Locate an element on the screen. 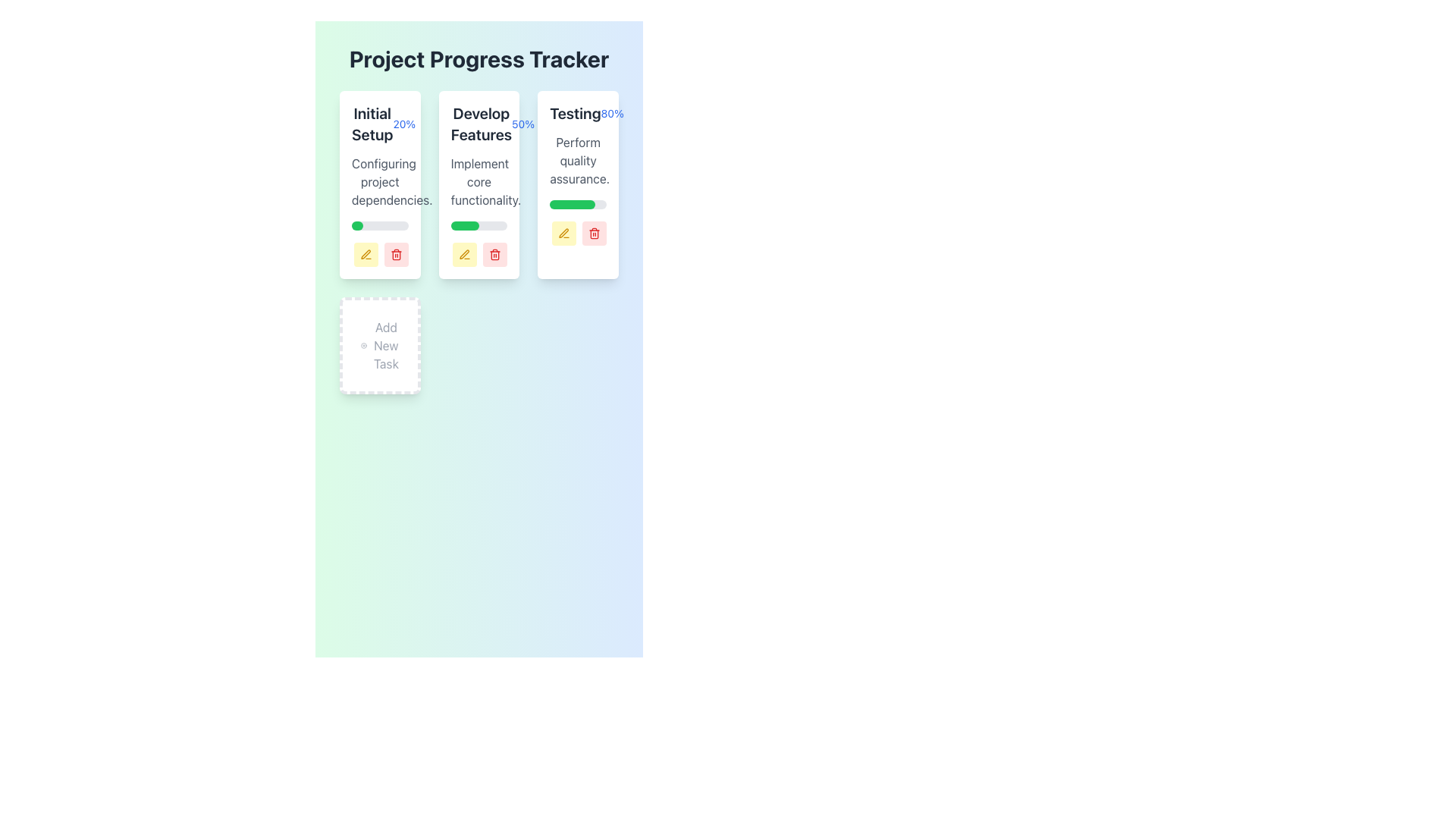  the text element that displays the percentage of completion related to the task labeled 'Testing', located to the right of 'Testing' at the top-right corner of the card is located at coordinates (612, 113).